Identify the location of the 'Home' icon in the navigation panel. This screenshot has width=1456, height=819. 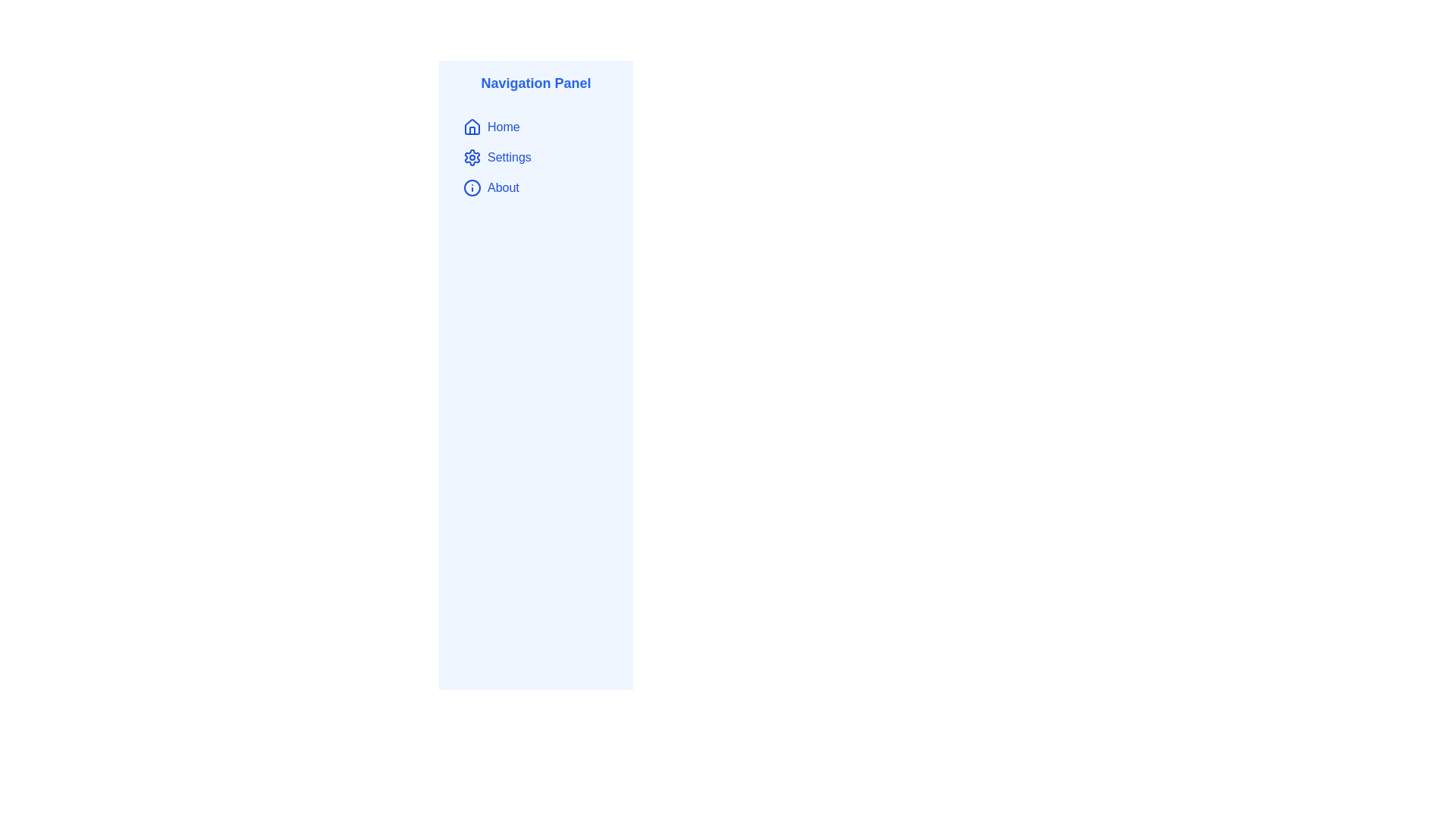
(472, 125).